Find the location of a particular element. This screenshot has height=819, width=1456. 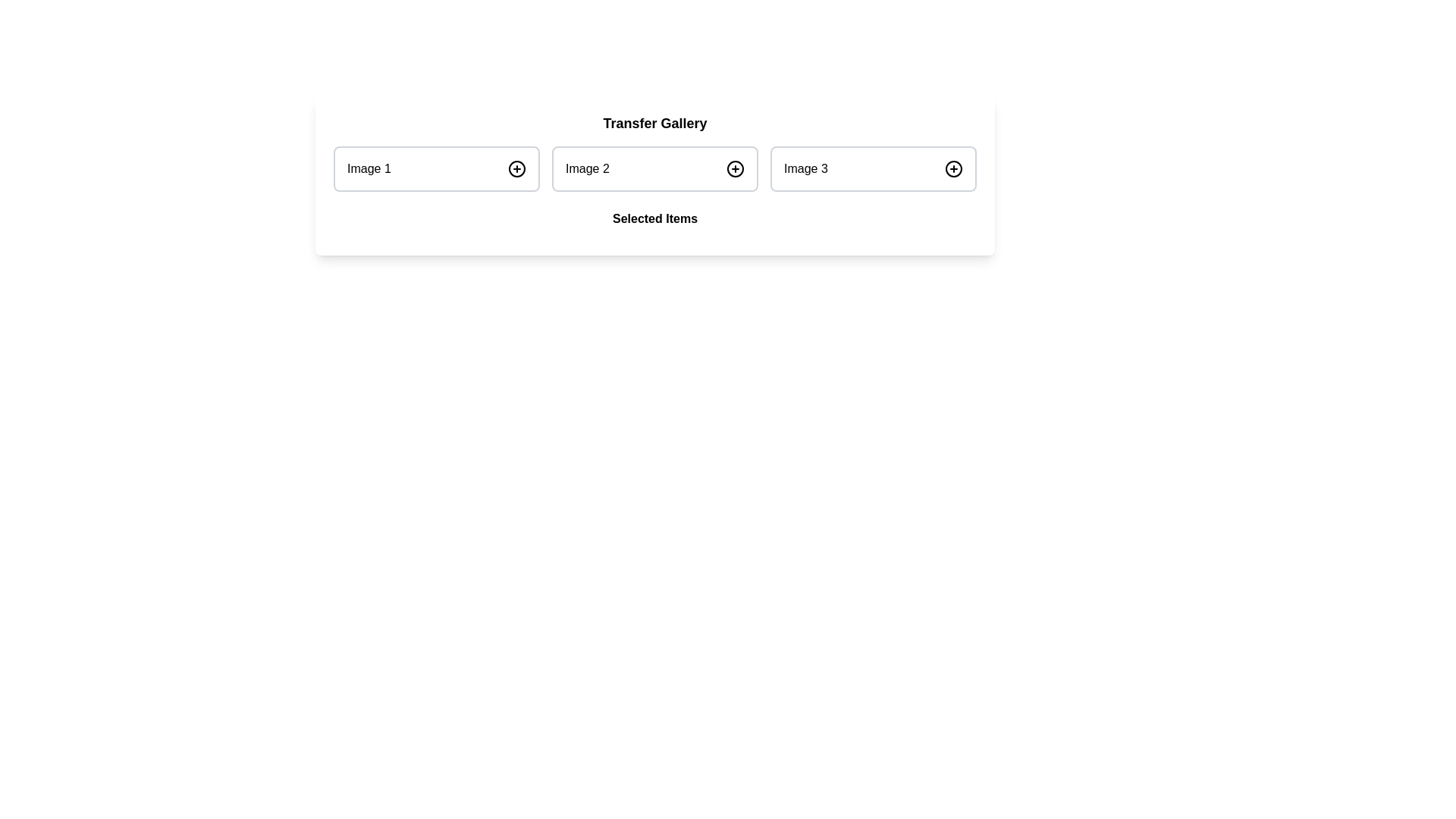

the button located to the right of the 'Image 2' label to observe the hover effects is located at coordinates (735, 169).